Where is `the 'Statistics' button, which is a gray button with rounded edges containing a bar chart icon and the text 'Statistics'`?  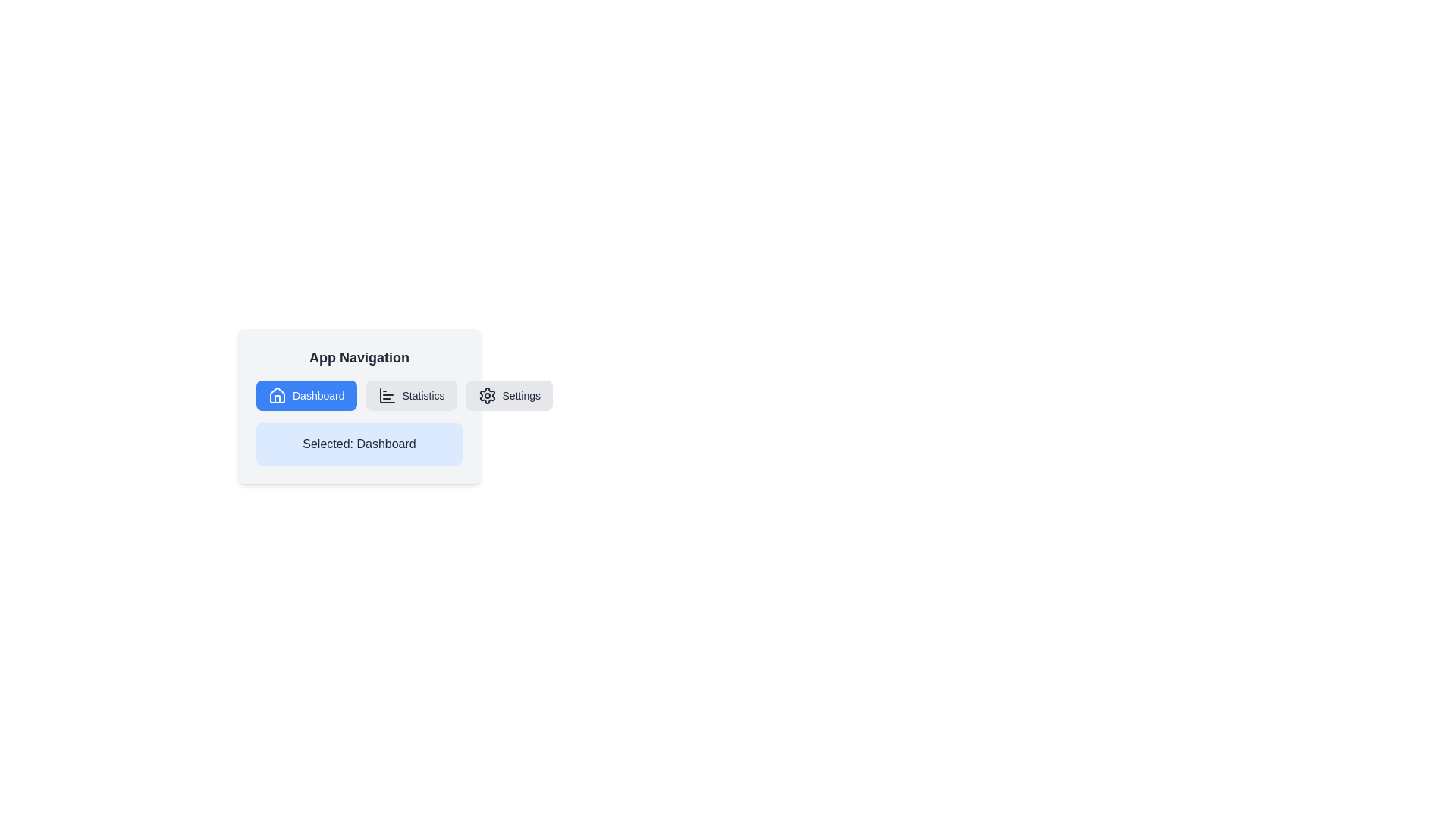
the 'Statistics' button, which is a gray button with rounded edges containing a bar chart icon and the text 'Statistics' is located at coordinates (411, 394).